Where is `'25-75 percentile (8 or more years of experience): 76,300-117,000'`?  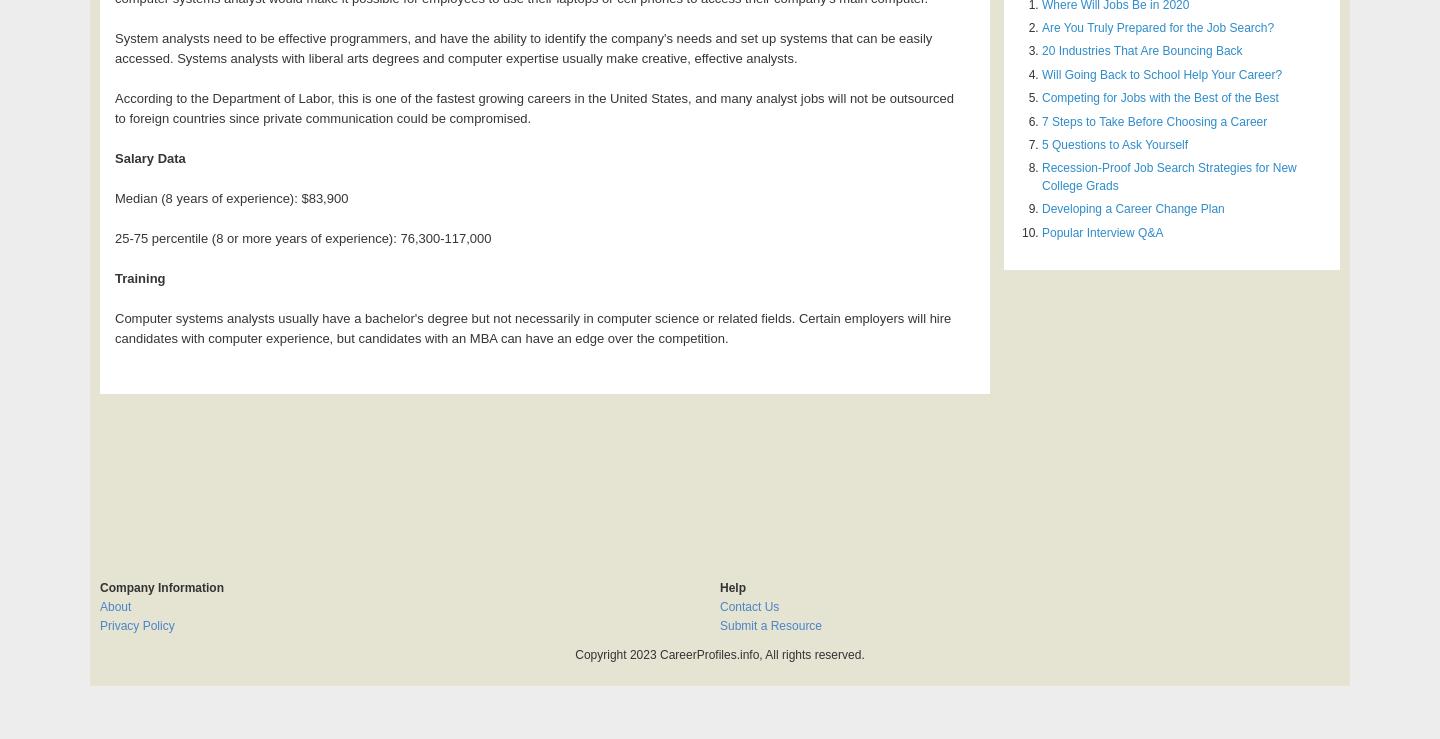
'25-75 percentile (8 or more years of experience): 76,300-117,000' is located at coordinates (115, 238).